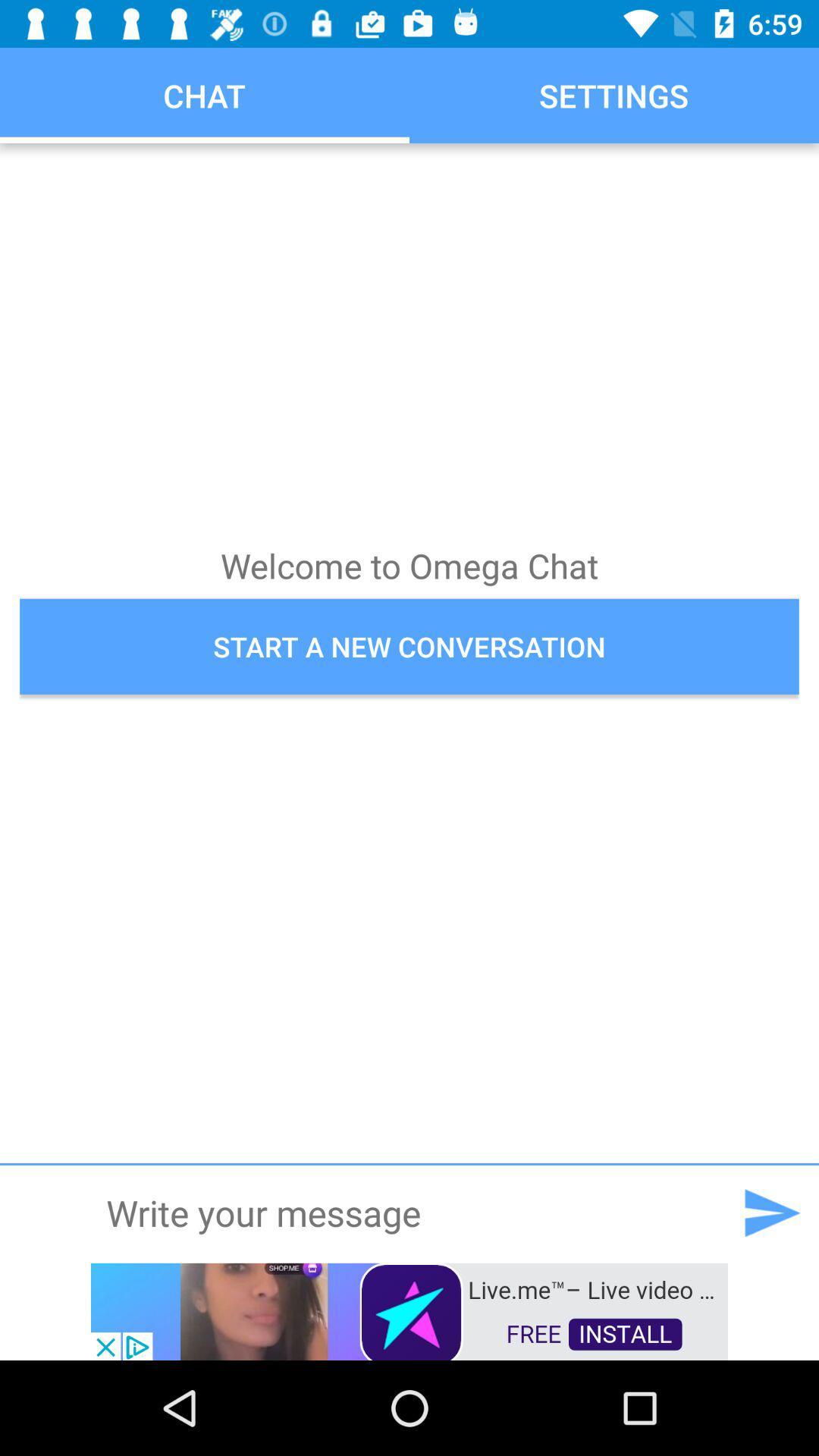  Describe the element at coordinates (409, 1310) in the screenshot. I see `click advertisement` at that location.